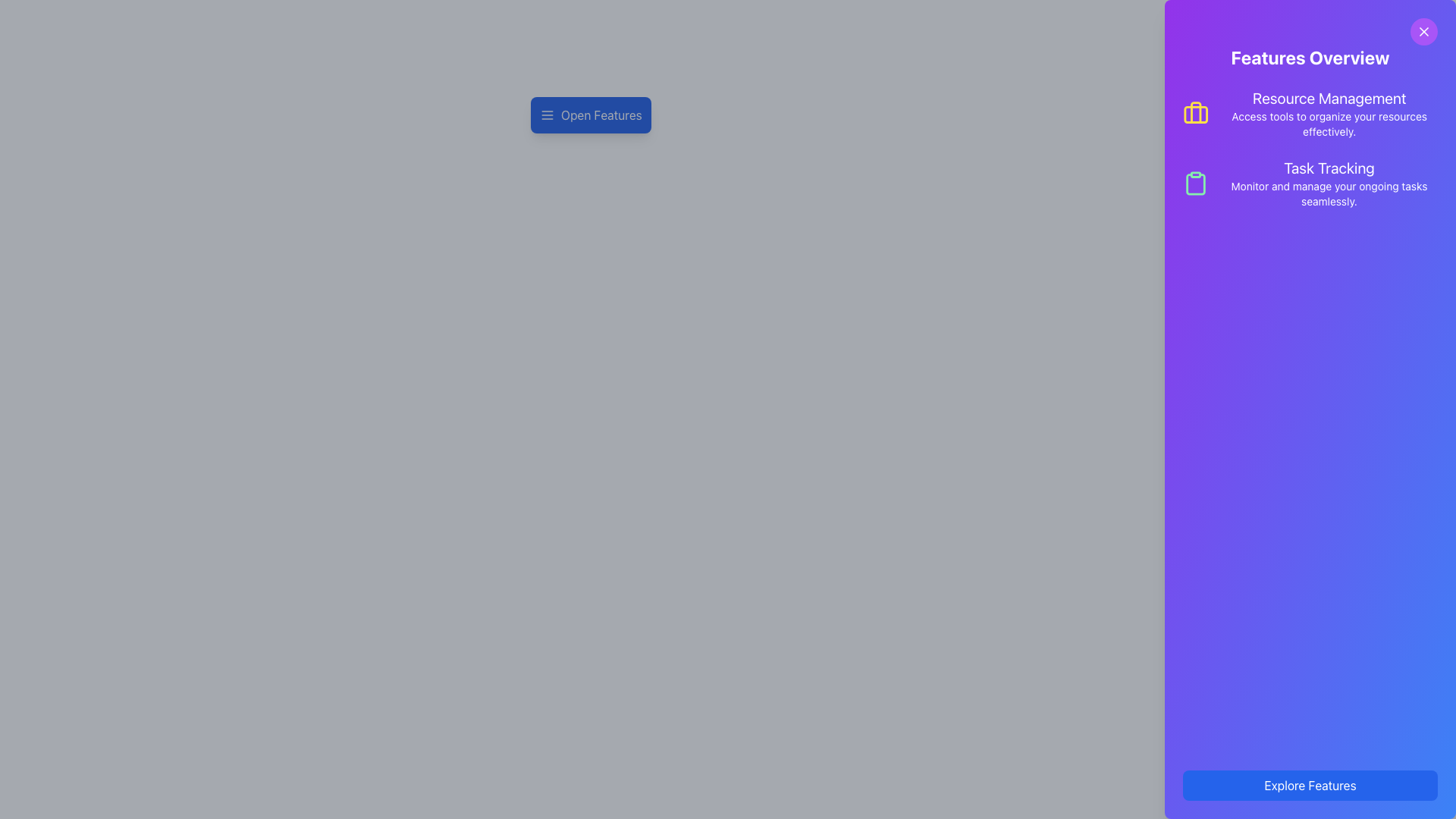  Describe the element at coordinates (1328, 168) in the screenshot. I see `the 'Task Tracking' text label located at the top of the right purple sidebar, despite being marked as non-interactive` at that location.